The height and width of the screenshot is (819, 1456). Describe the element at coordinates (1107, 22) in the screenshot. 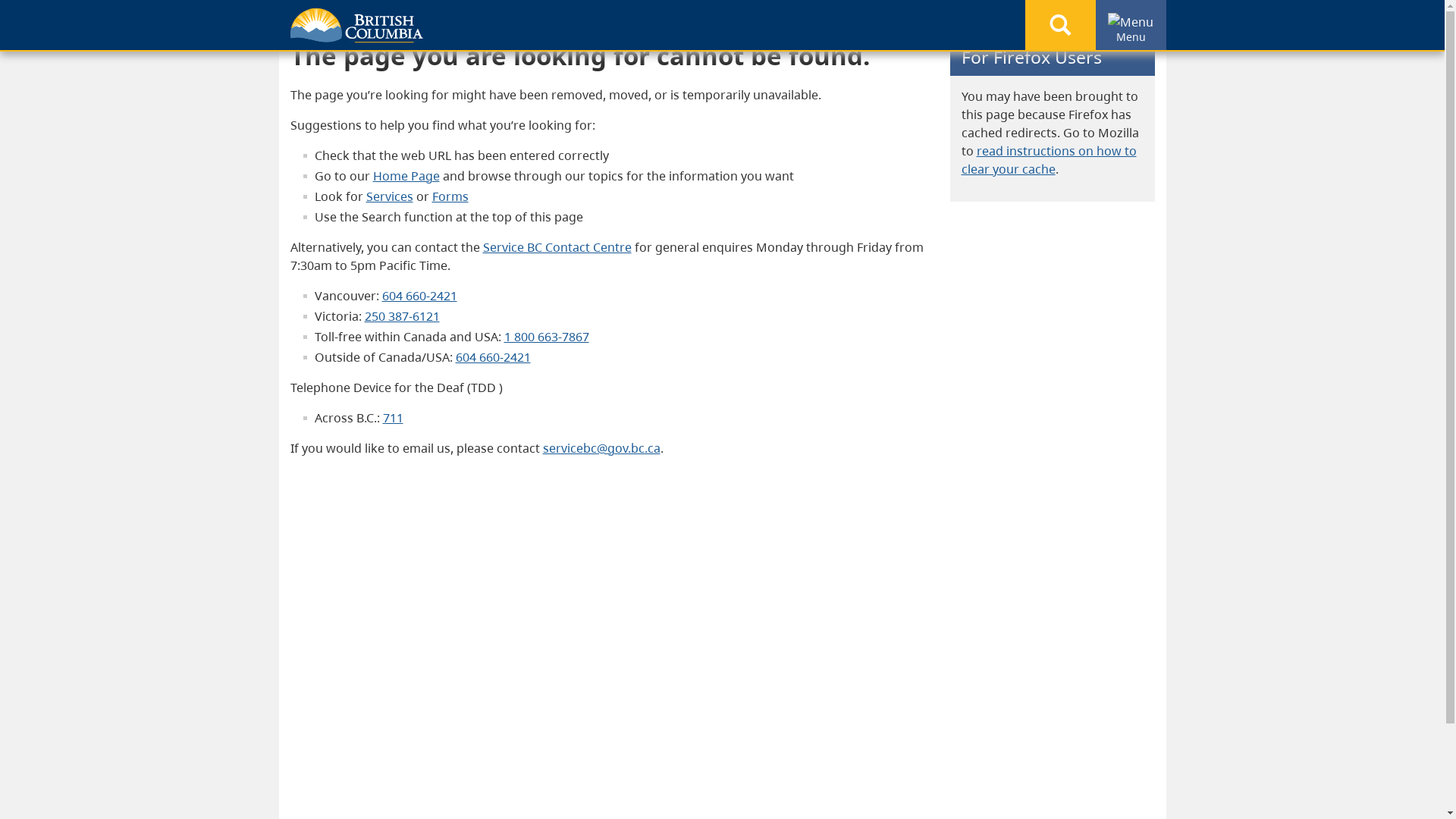

I see `'Menu'` at that location.